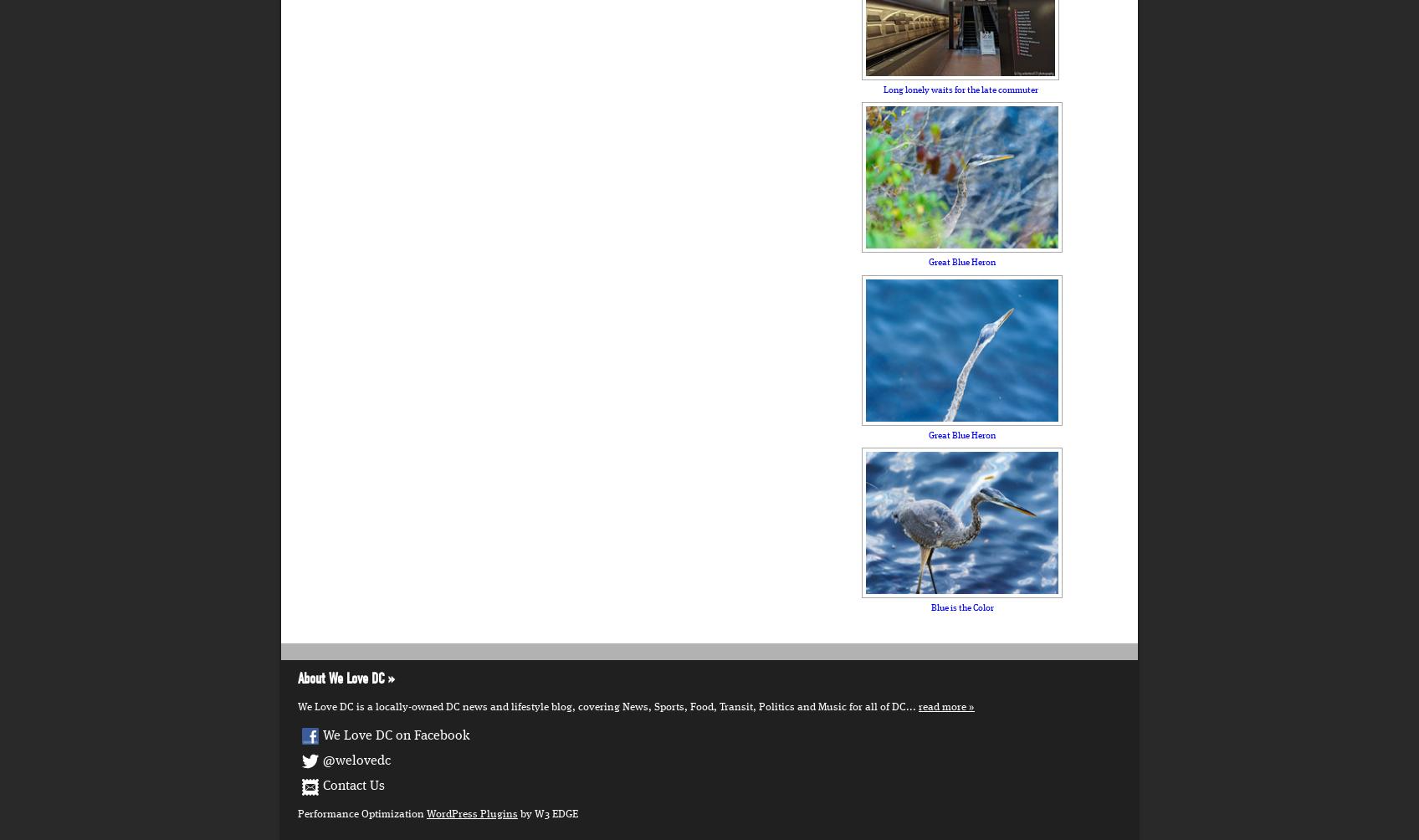 This screenshot has height=840, width=1419. Describe the element at coordinates (941, 707) in the screenshot. I see `'Read More'` at that location.